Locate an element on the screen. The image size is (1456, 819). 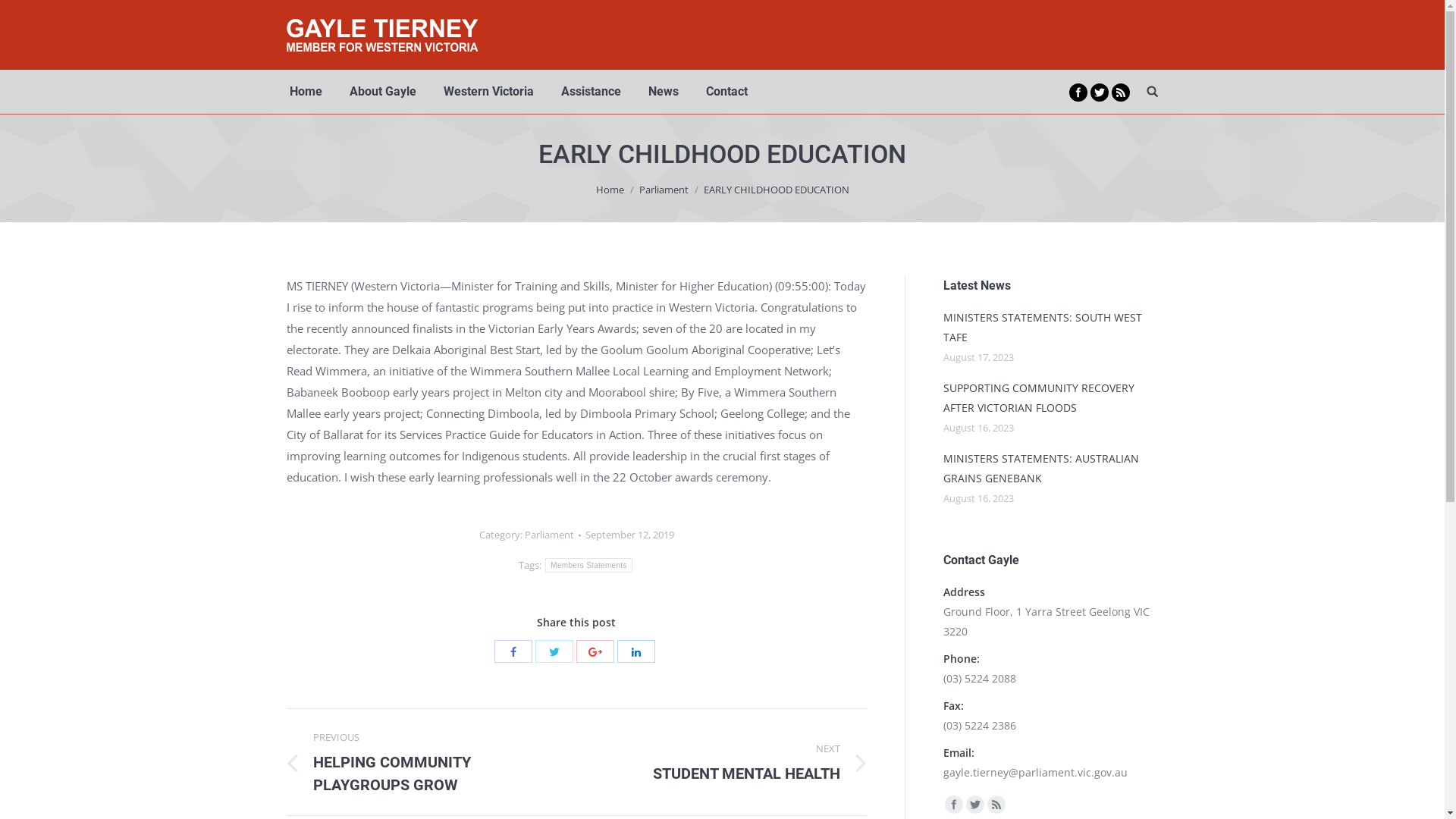
' ' is located at coordinates (1153, 91).